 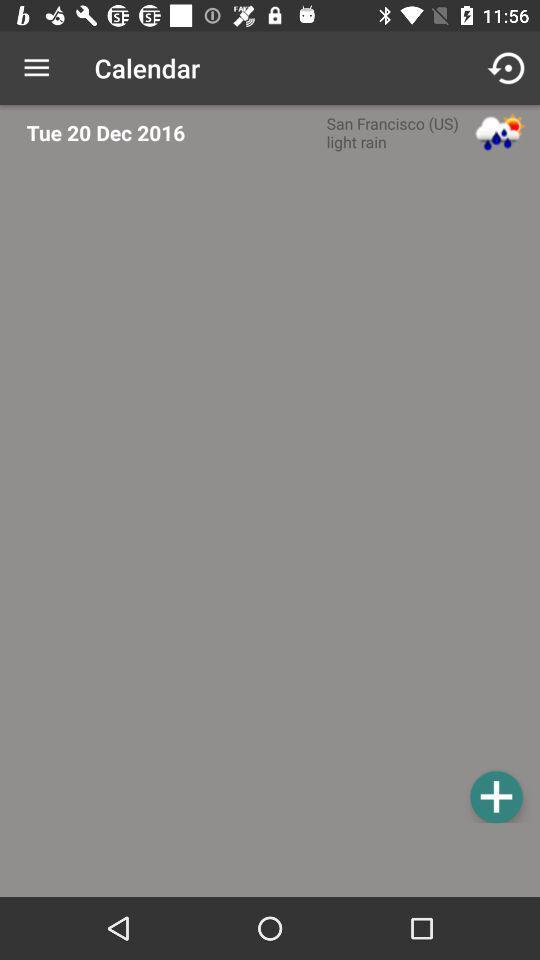 I want to click on zoom in, so click(x=495, y=796).